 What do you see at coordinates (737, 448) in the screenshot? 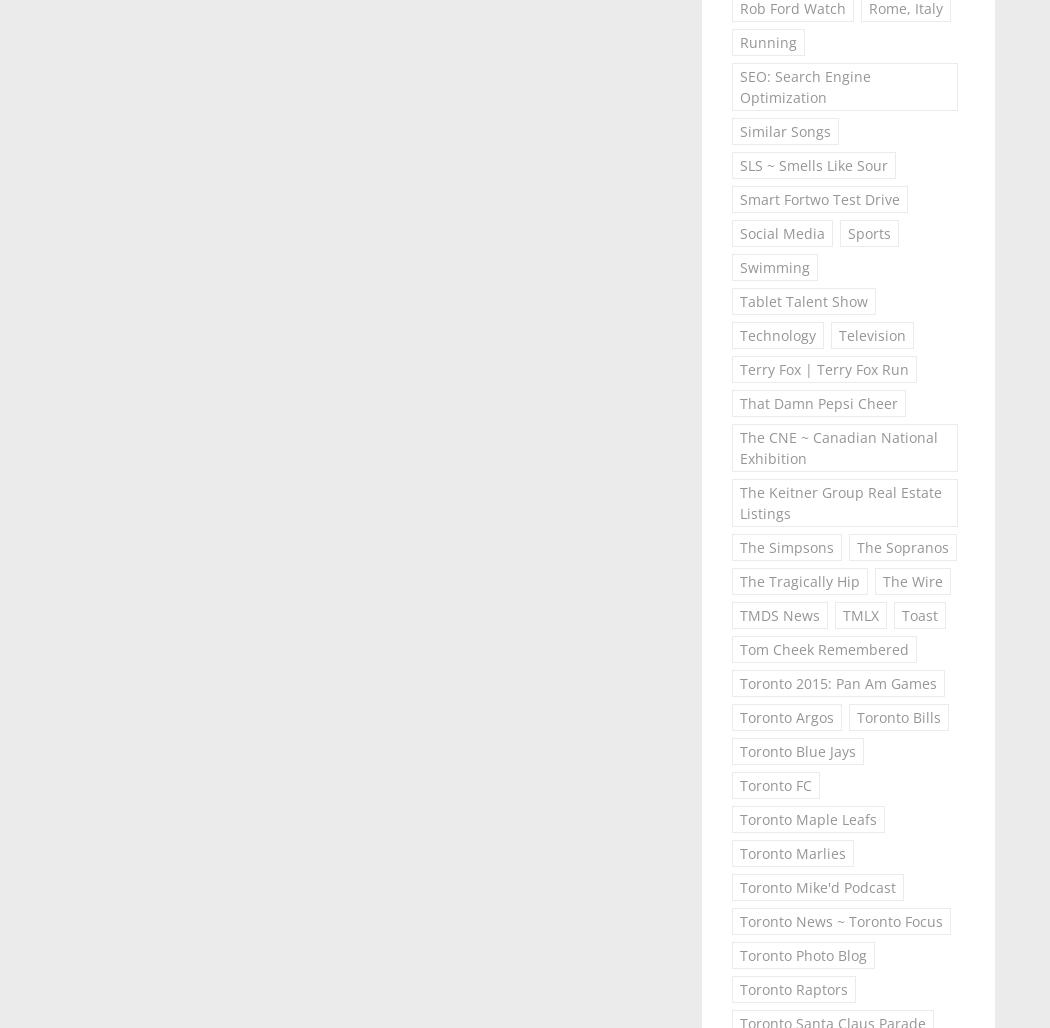
I see `'The CNE ~ Canadian National Exhibition'` at bounding box center [737, 448].